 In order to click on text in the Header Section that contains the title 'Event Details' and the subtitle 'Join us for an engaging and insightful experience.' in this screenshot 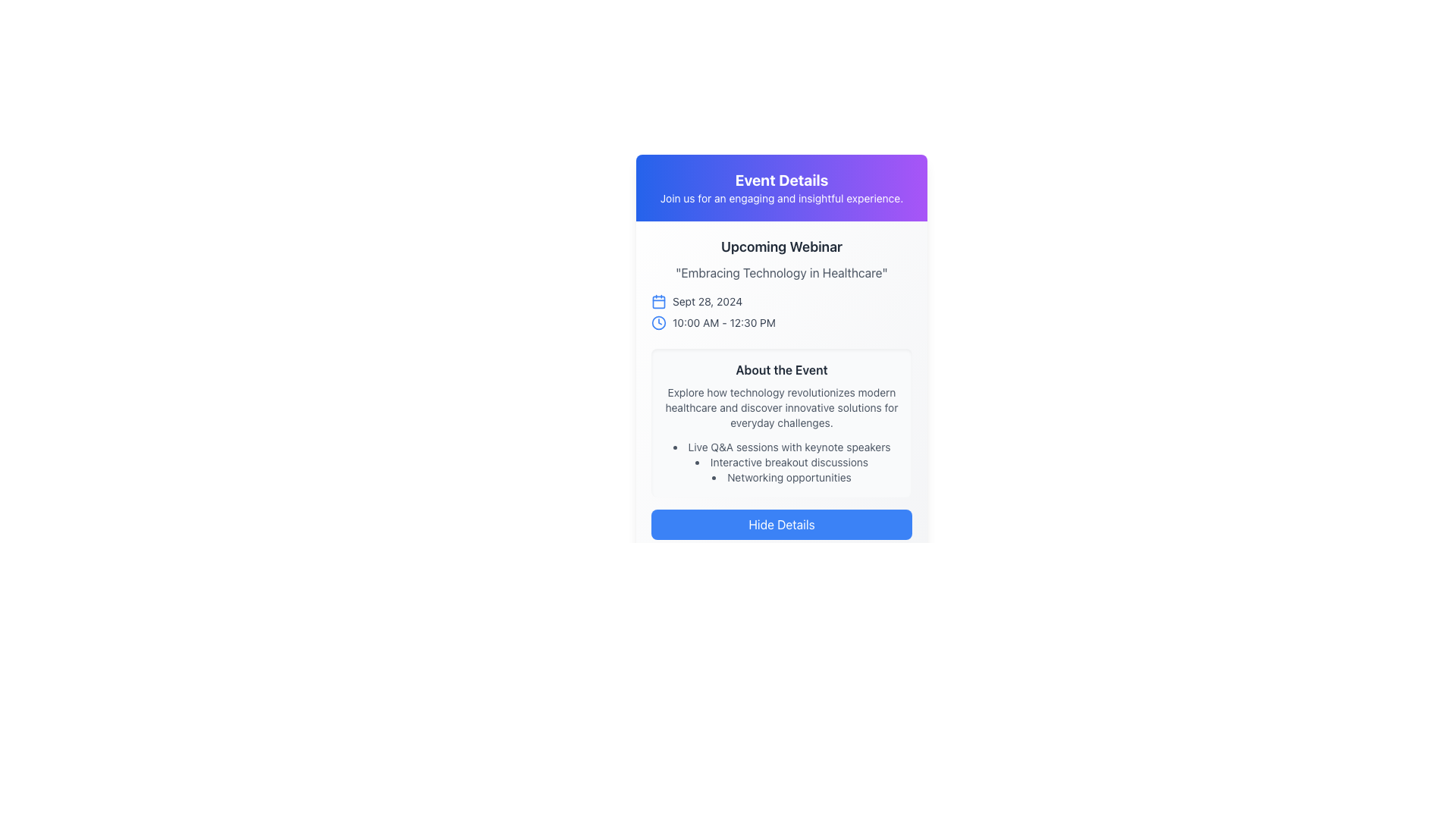, I will do `click(782, 187)`.